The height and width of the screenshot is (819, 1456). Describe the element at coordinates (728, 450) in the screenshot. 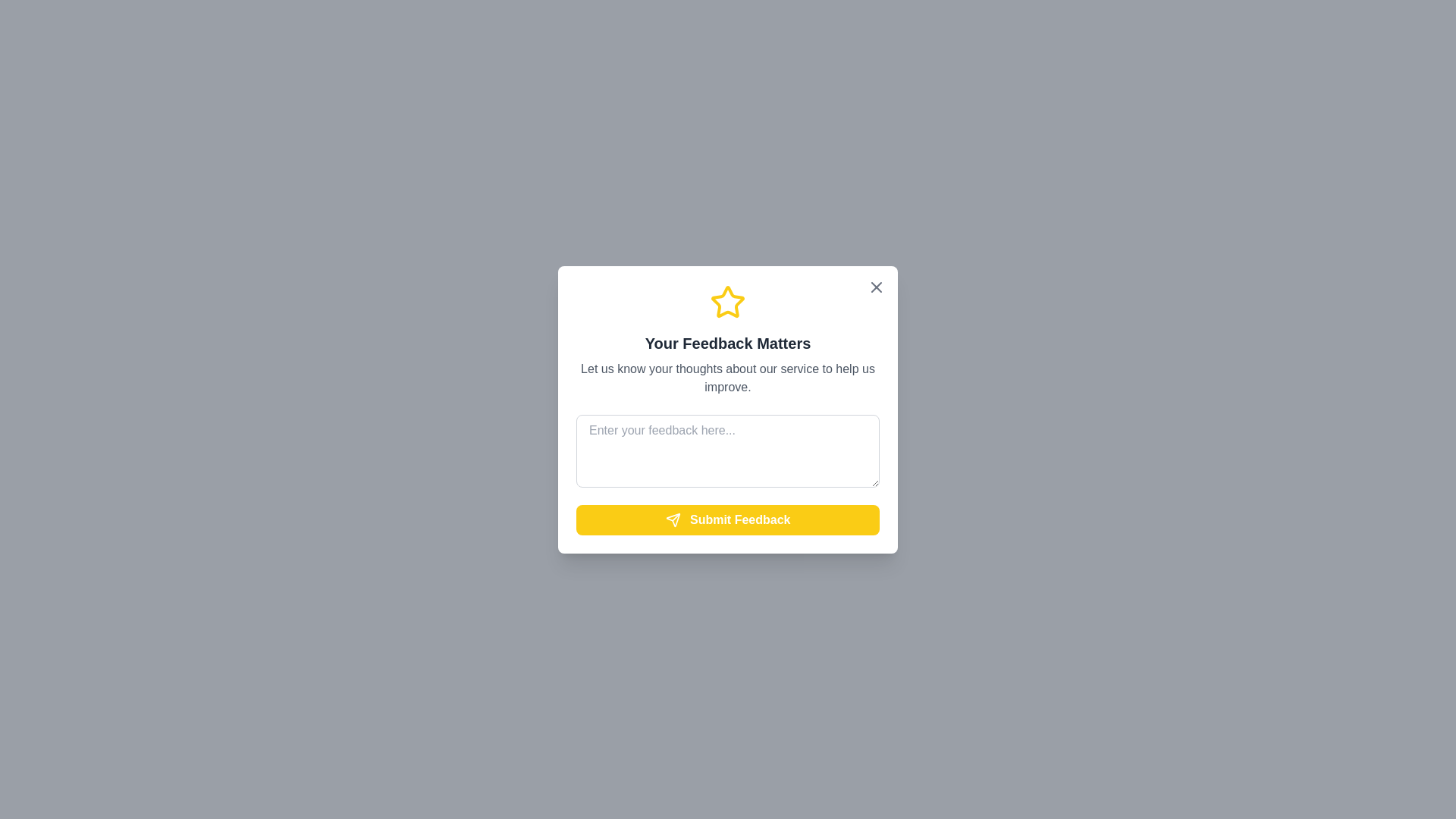

I see `the text area to focus on the placeholder text` at that location.